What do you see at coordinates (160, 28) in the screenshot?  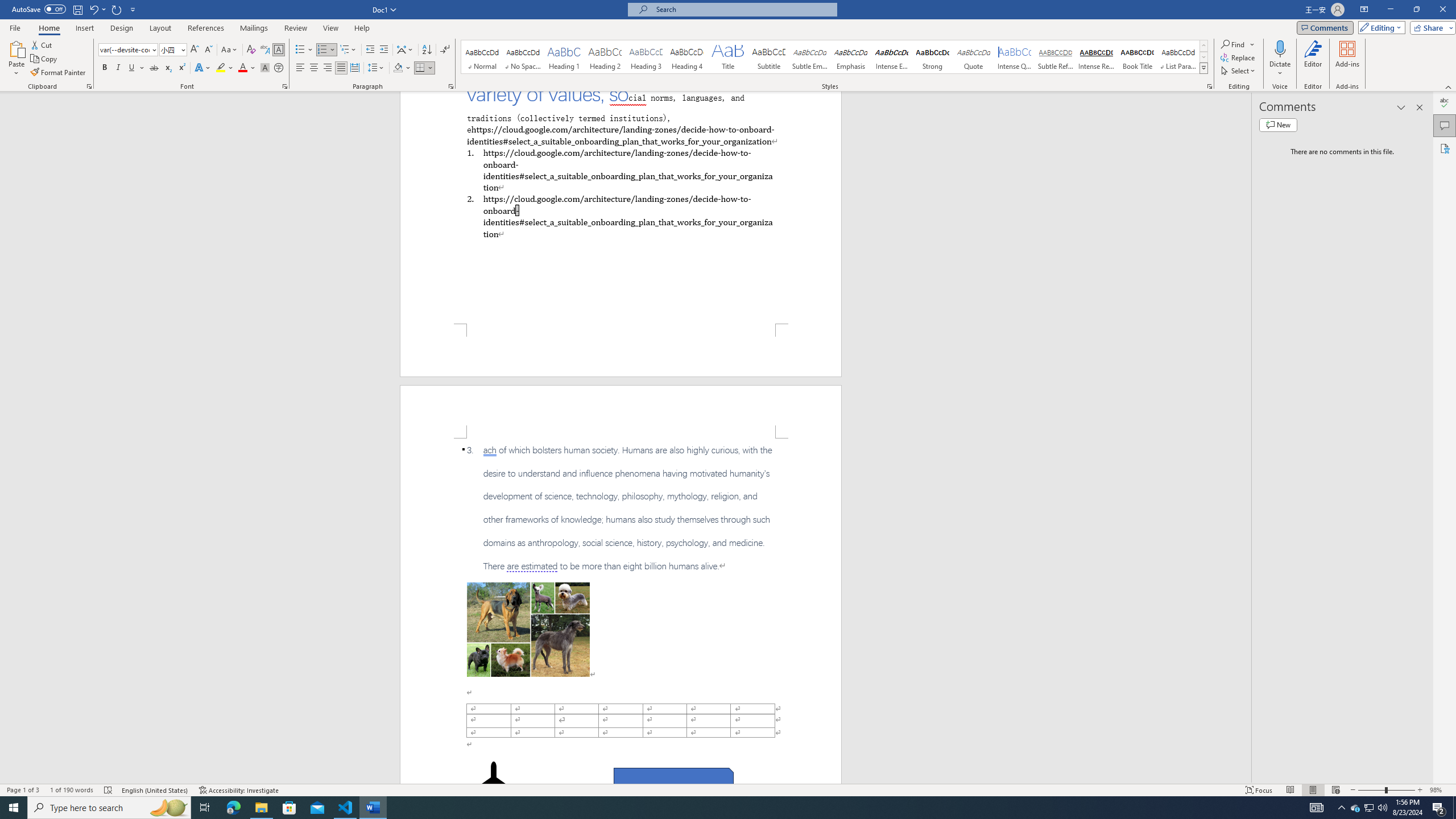 I see `'Layout'` at bounding box center [160, 28].